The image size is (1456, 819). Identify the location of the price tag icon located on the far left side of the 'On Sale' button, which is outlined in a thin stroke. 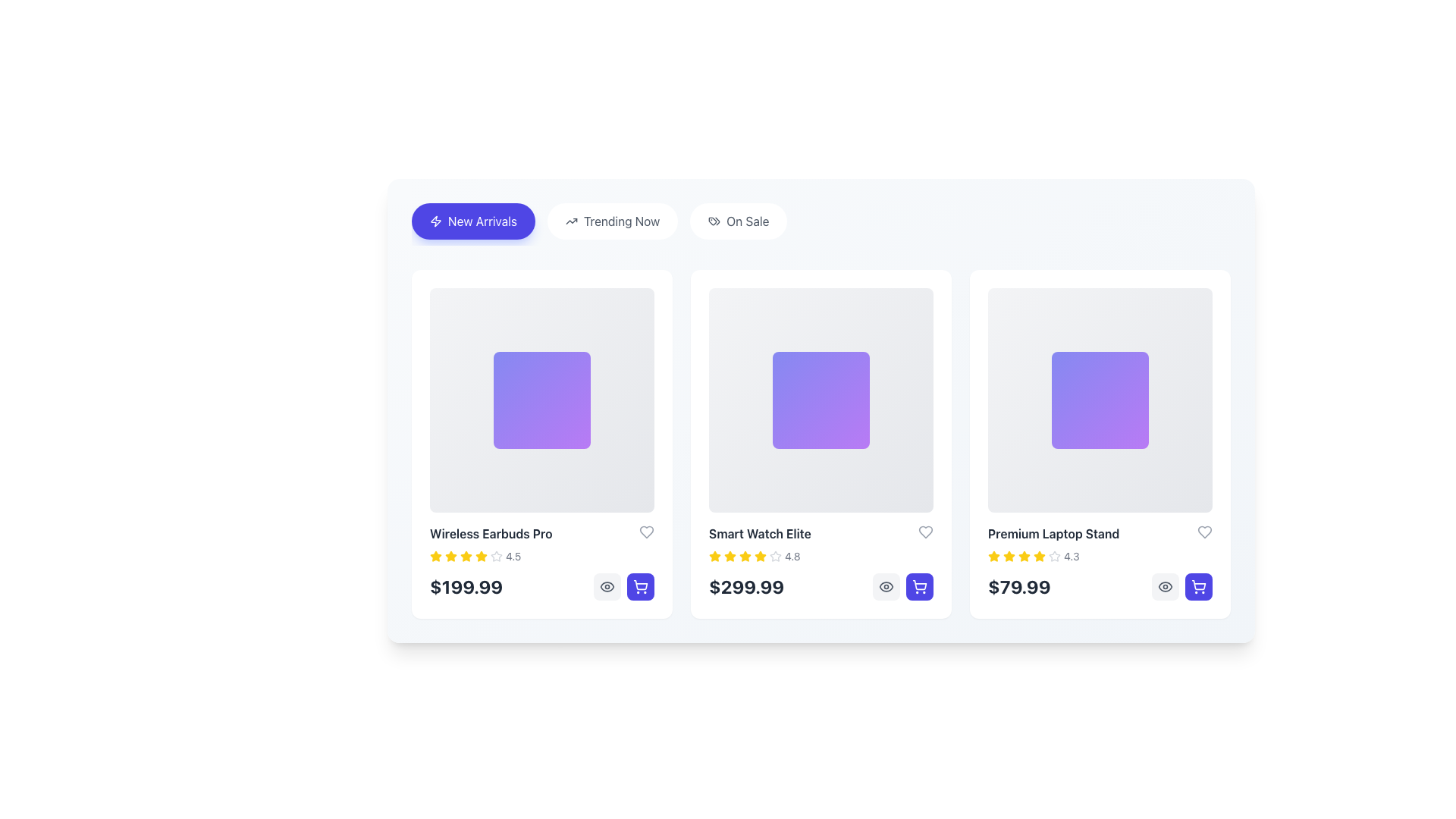
(714, 221).